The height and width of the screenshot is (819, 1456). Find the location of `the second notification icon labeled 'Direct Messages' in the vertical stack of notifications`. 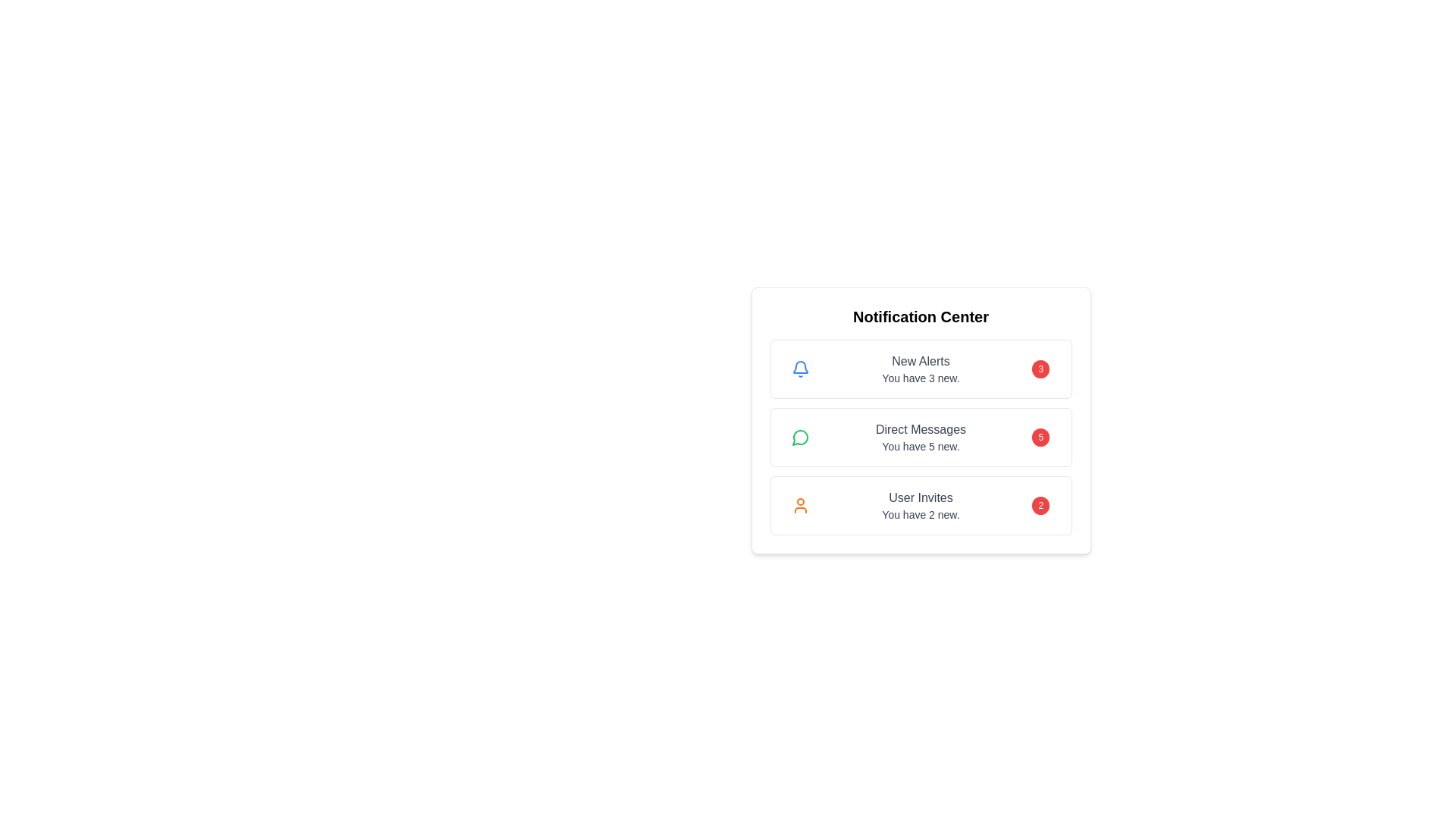

the second notification icon labeled 'Direct Messages' in the vertical stack of notifications is located at coordinates (799, 438).